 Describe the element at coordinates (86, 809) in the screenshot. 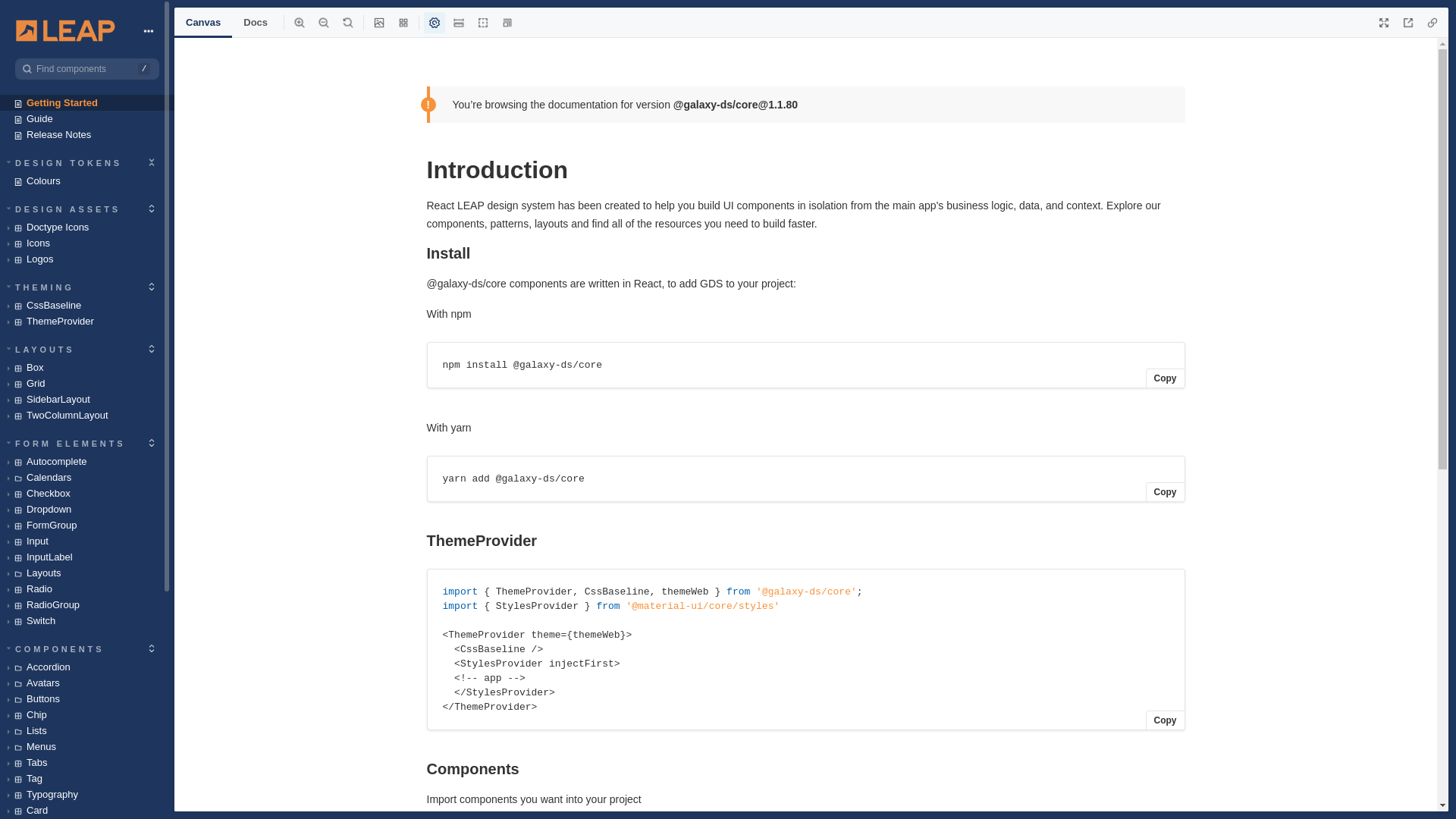

I see `'Card'` at that location.